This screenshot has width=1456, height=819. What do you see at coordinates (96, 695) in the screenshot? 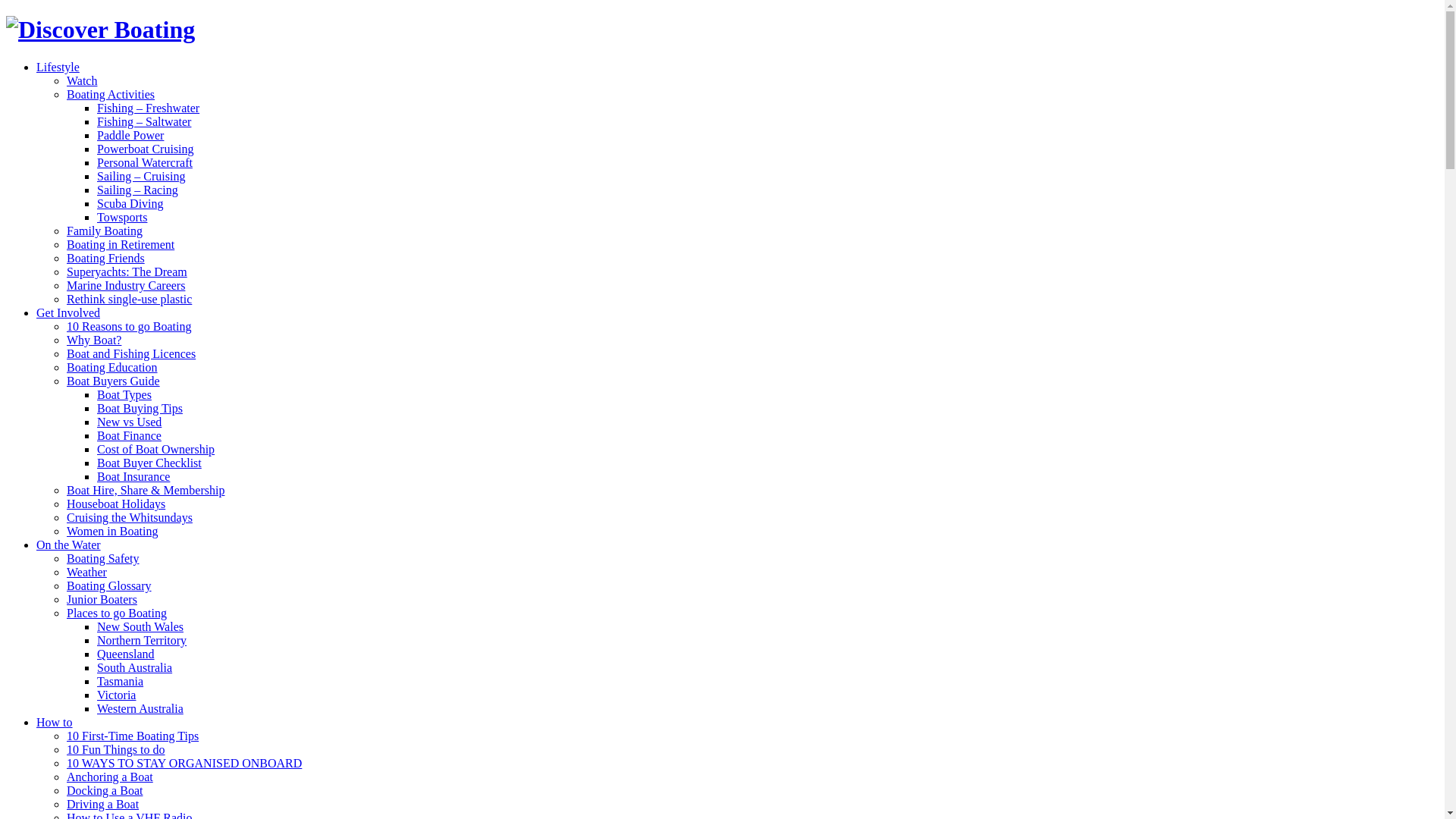
I see `'Victoria'` at bounding box center [96, 695].